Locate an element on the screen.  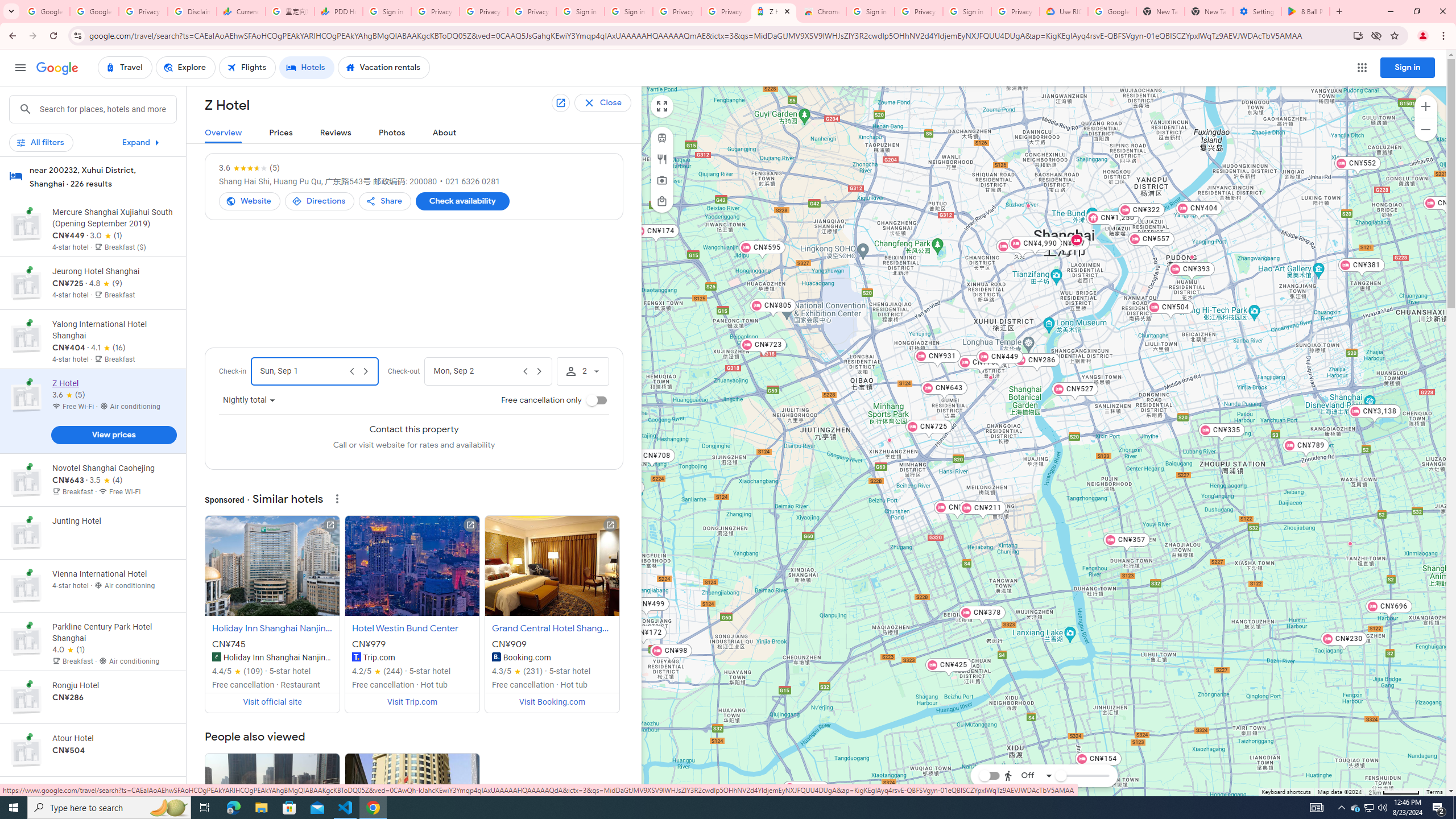
'View prices for Jeurong Hotel Shanghai' is located at coordinates (113, 322).